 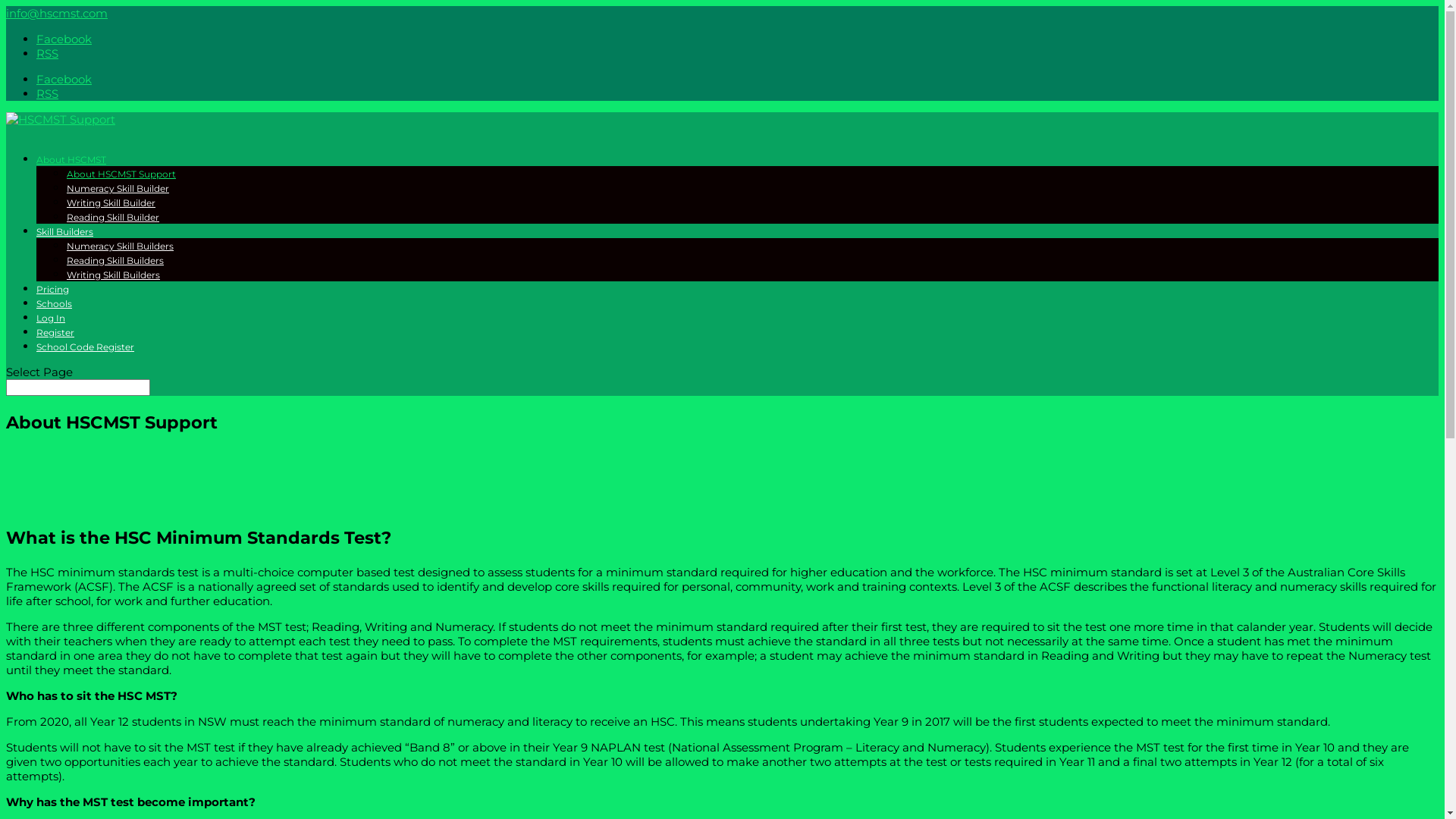 What do you see at coordinates (36, 309) in the screenshot?
I see `'Schools'` at bounding box center [36, 309].